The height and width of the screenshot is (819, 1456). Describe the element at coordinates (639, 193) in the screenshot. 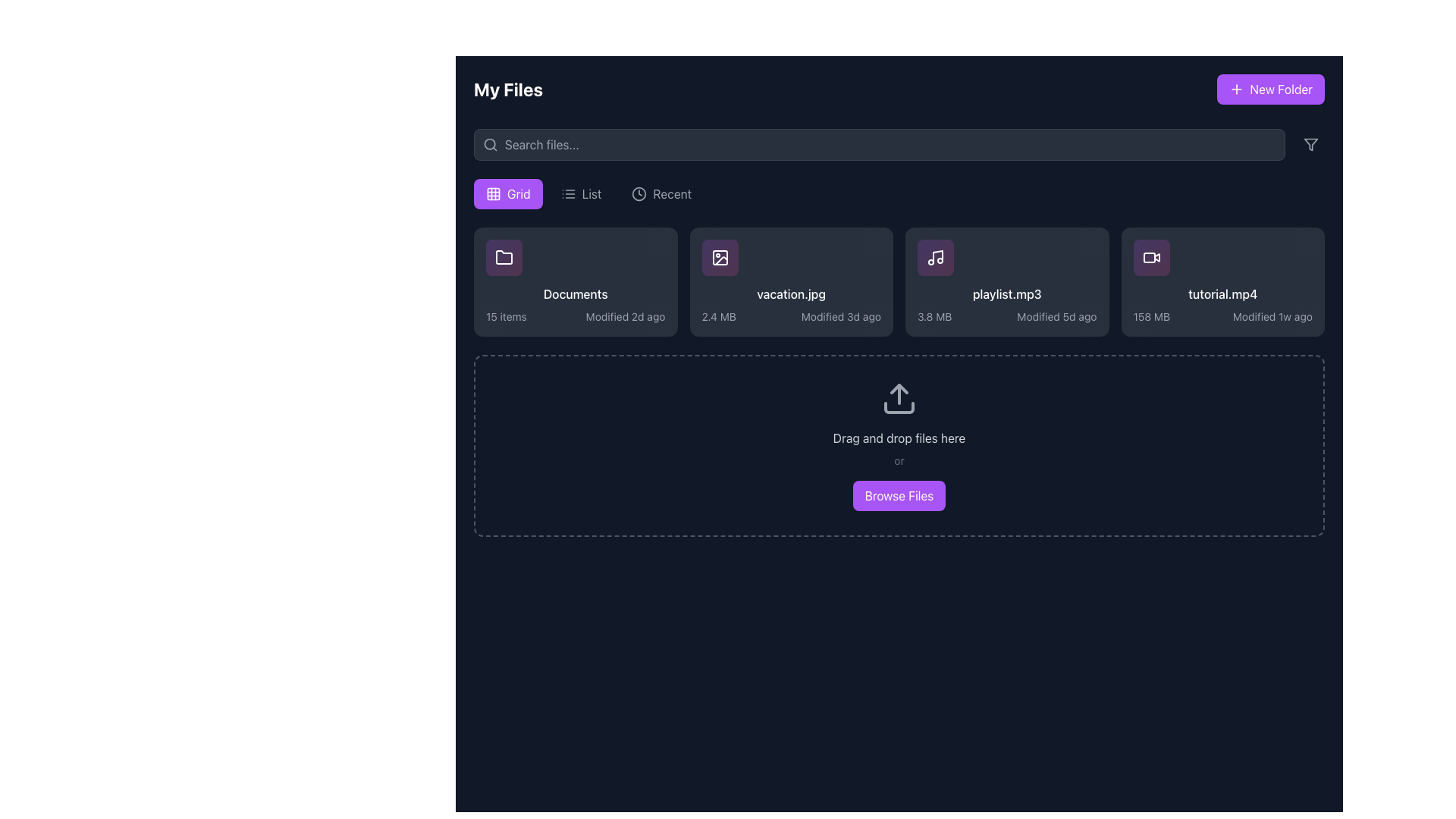

I see `the 'Recent' icon located in the top navigation bar, which represents the 'Recent' section of the interface and precedes the text label 'Recent'` at that location.